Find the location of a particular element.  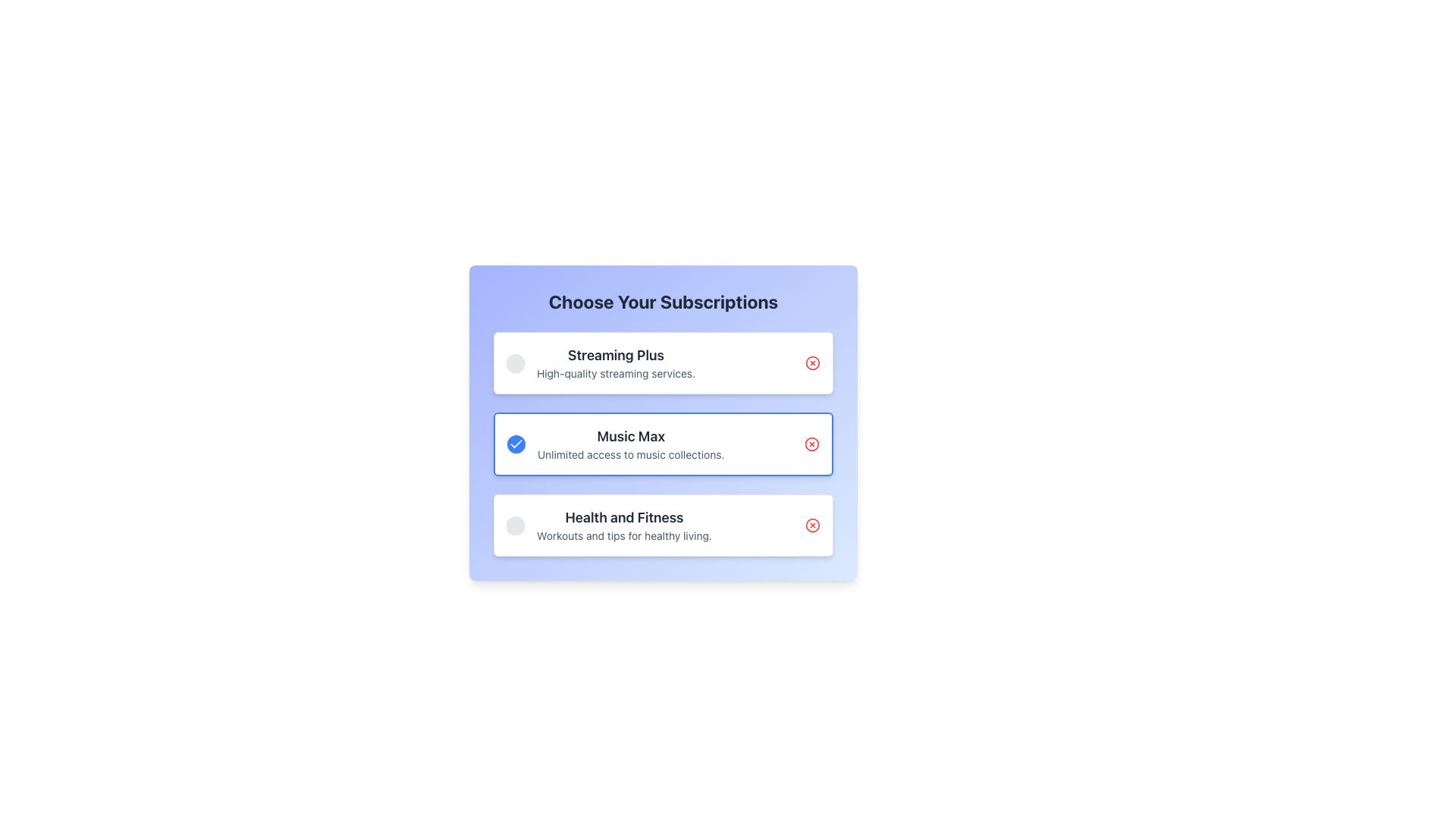

text block labeled 'Music Max' which contains the description 'Unlimited access to music collections.' is located at coordinates (631, 444).